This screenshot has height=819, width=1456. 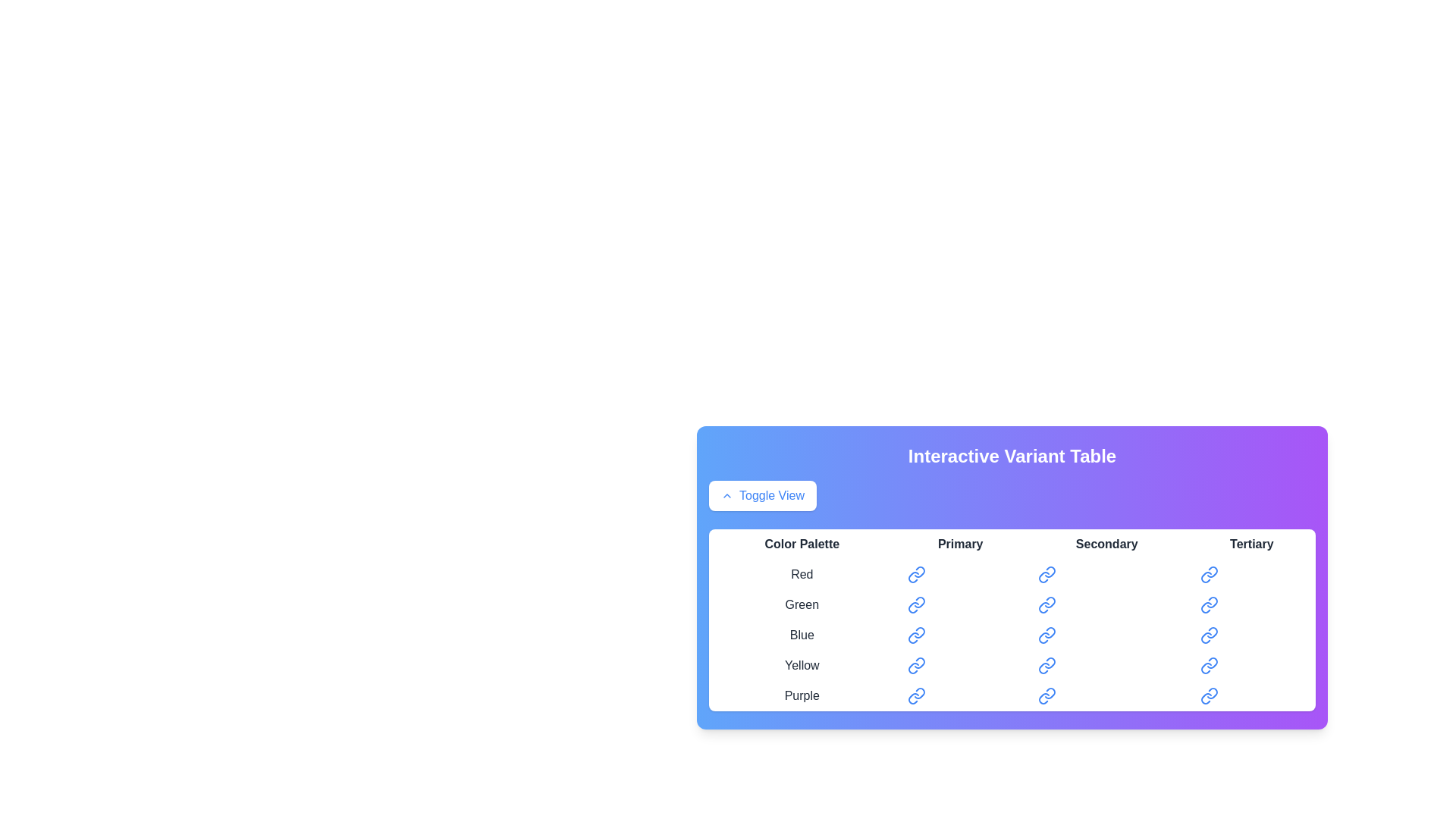 What do you see at coordinates (1012, 578) in the screenshot?
I see `the interactive elements within the data table of the composite UI component that contains a title, a button, and a table for displaying data` at bounding box center [1012, 578].